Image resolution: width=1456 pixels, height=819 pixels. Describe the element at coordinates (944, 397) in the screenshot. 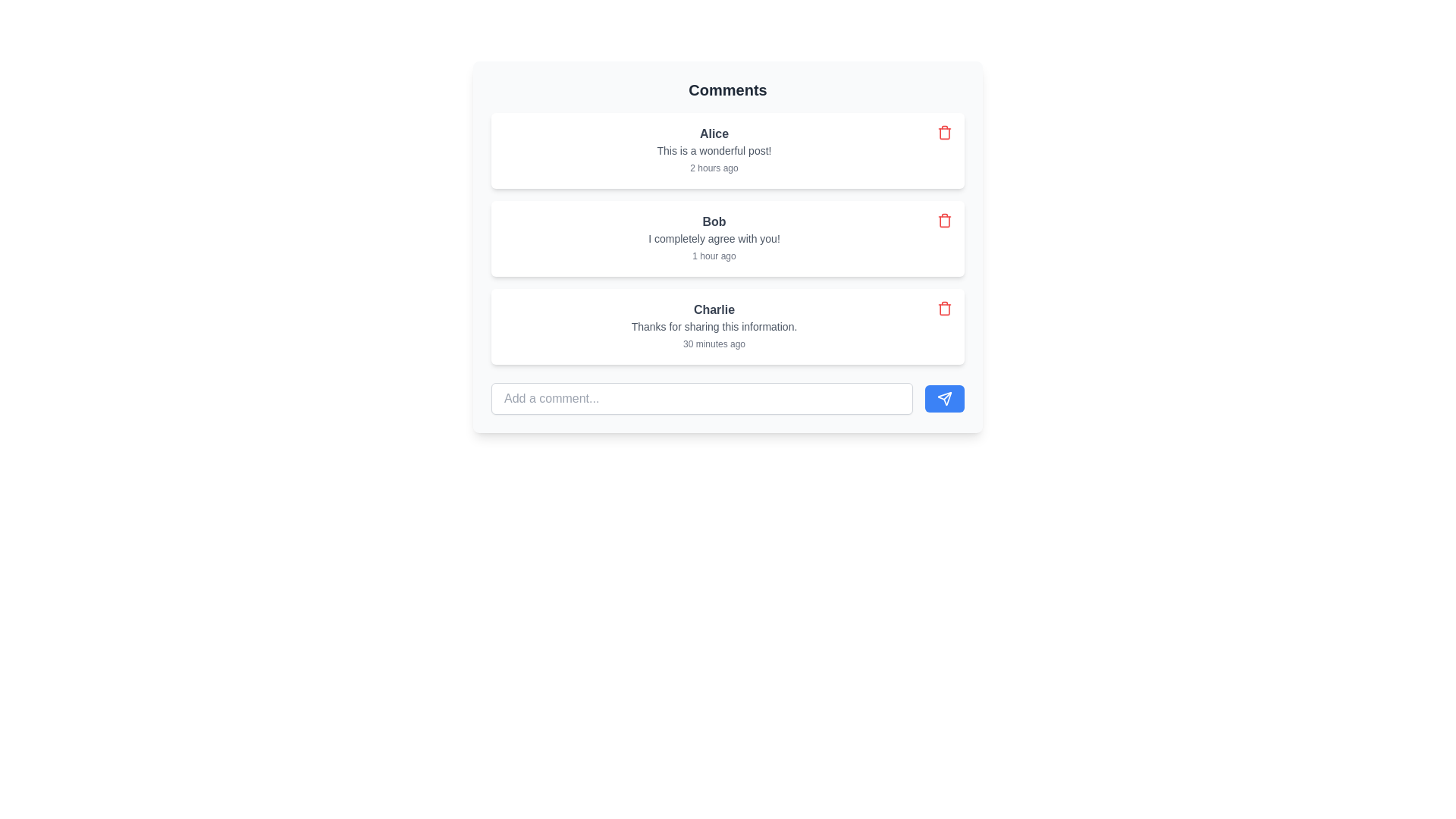

I see `the 'send' action SVG graphic icon embedded within a small blue button located at the bottom-right corner of the interface` at that location.